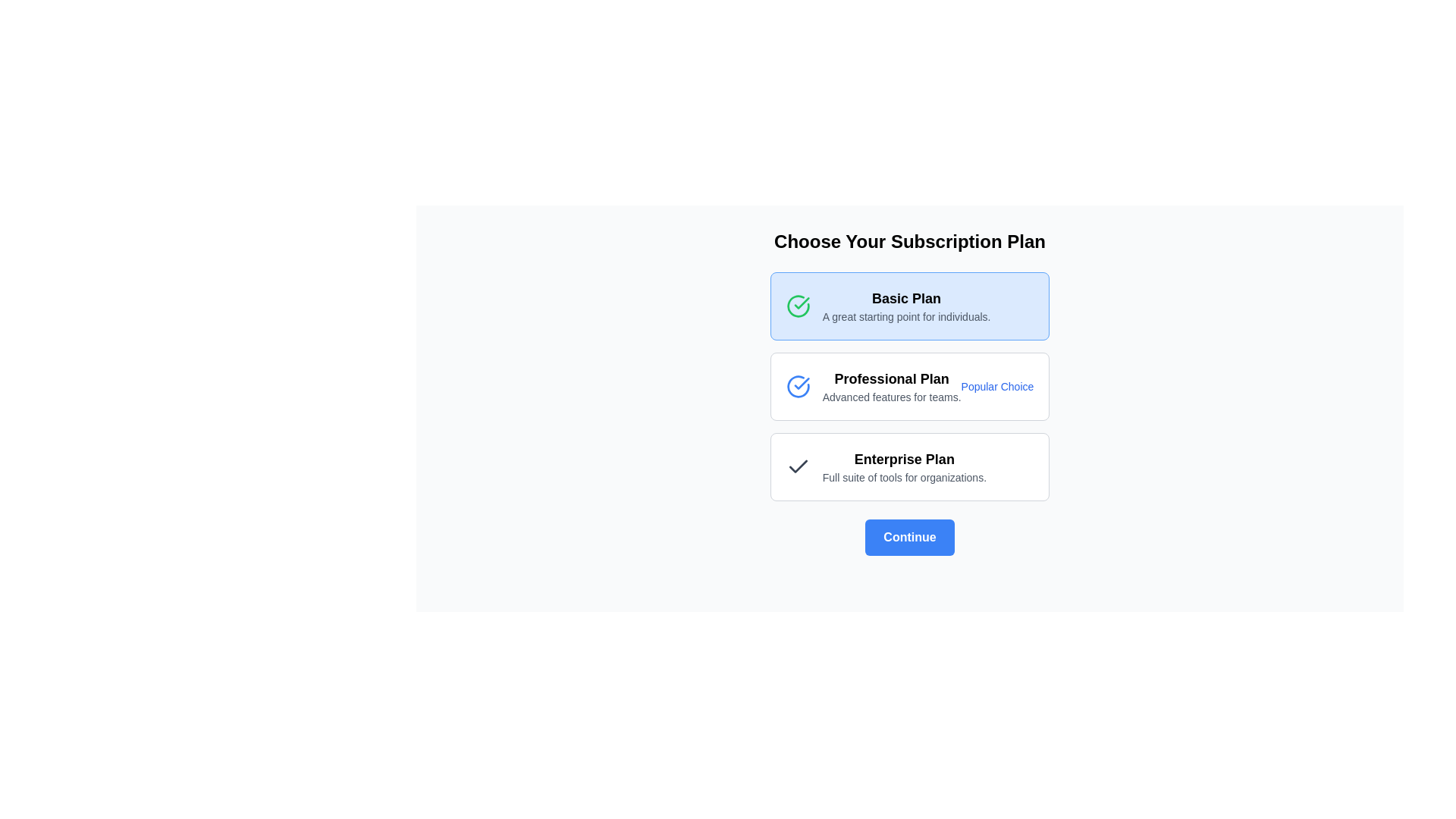 The height and width of the screenshot is (819, 1456). Describe the element at coordinates (904, 466) in the screenshot. I see `text description element which displays 'Enterprise Plan' and 'Full suite of tools for organizations.' positioned centrally in the third plan option of the subscription list` at that location.